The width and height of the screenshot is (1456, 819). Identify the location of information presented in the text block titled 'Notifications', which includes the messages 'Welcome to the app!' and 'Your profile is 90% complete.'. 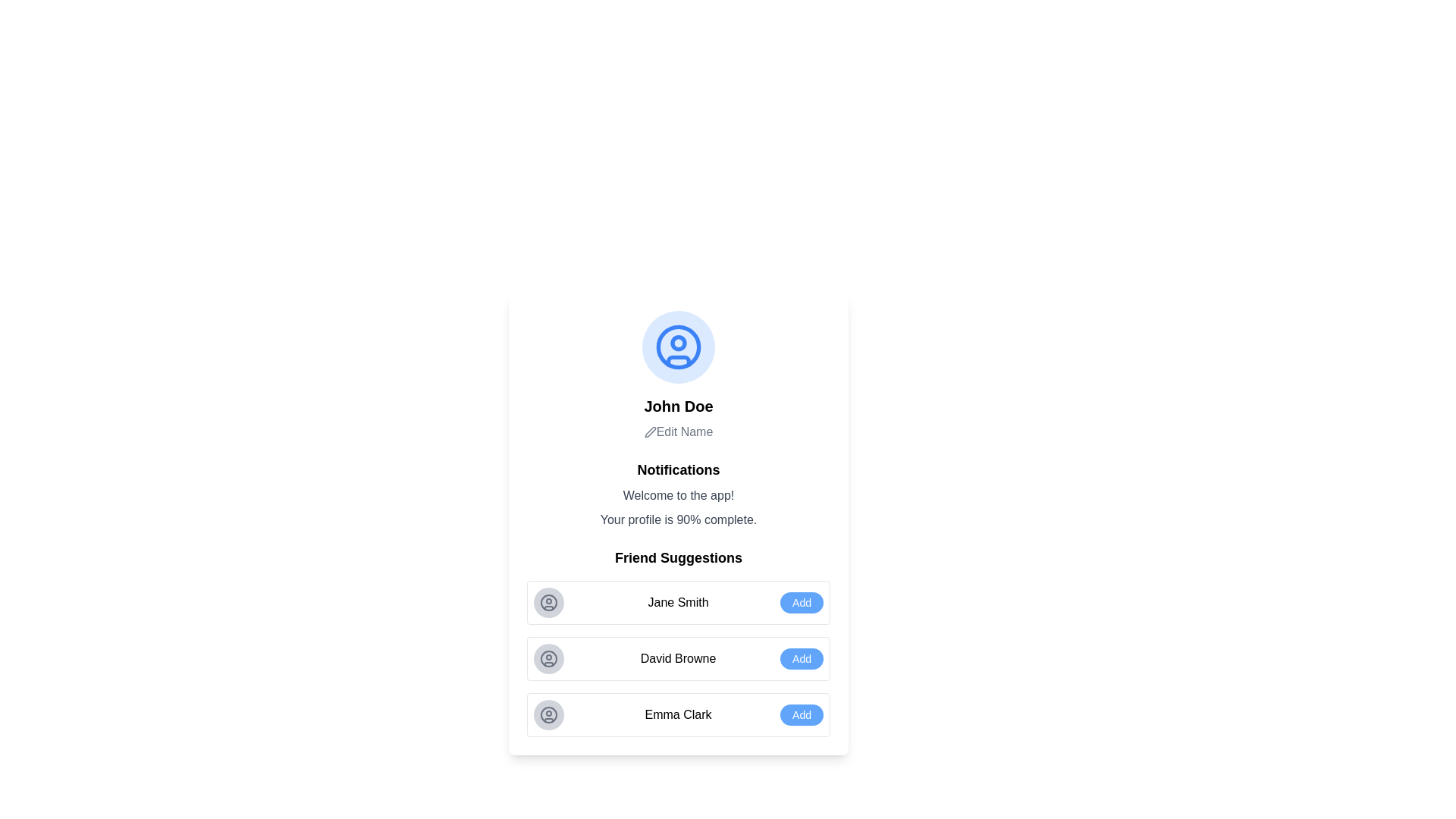
(677, 494).